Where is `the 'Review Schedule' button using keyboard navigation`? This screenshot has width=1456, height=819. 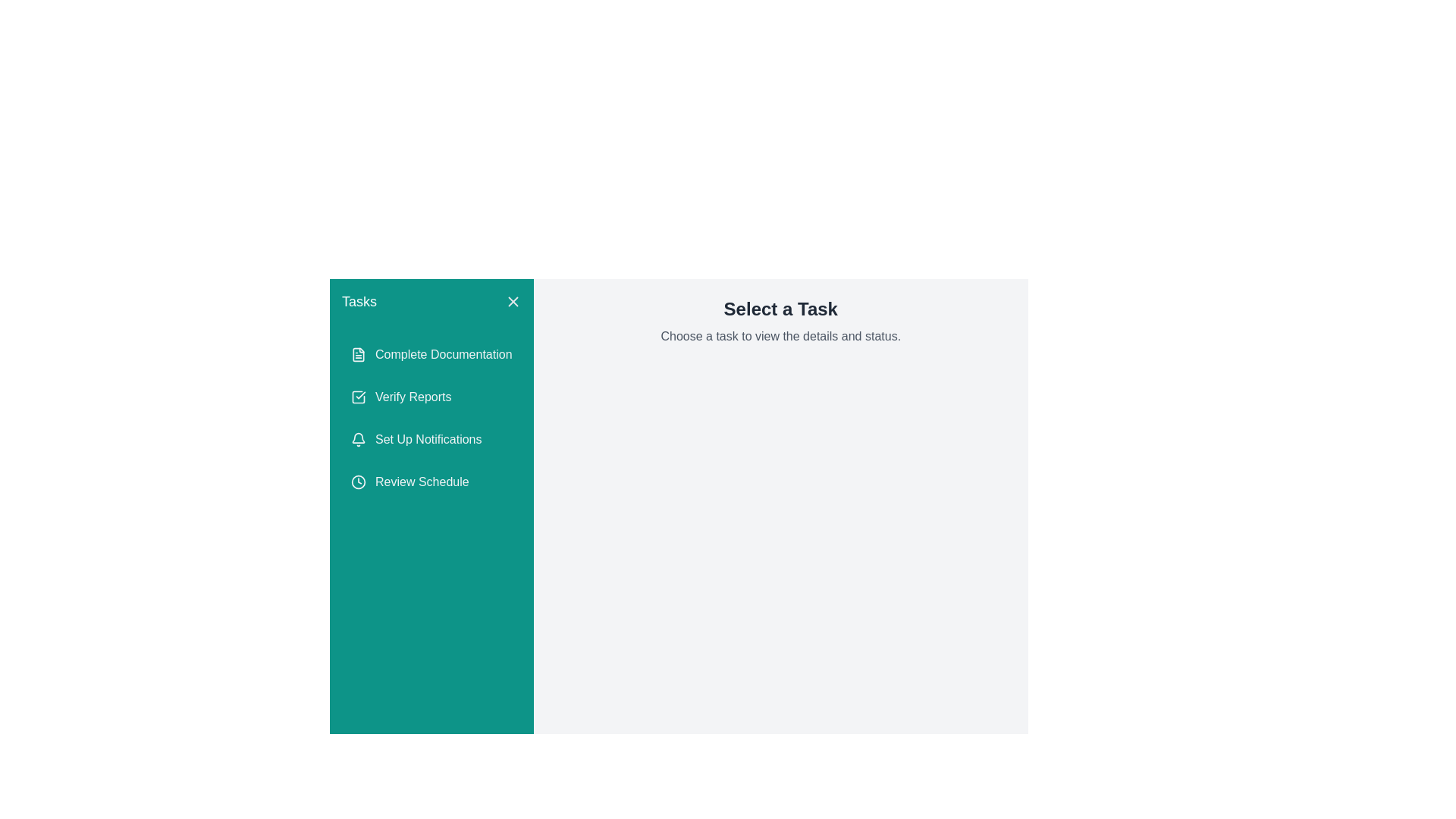 the 'Review Schedule' button using keyboard navigation is located at coordinates (431, 482).